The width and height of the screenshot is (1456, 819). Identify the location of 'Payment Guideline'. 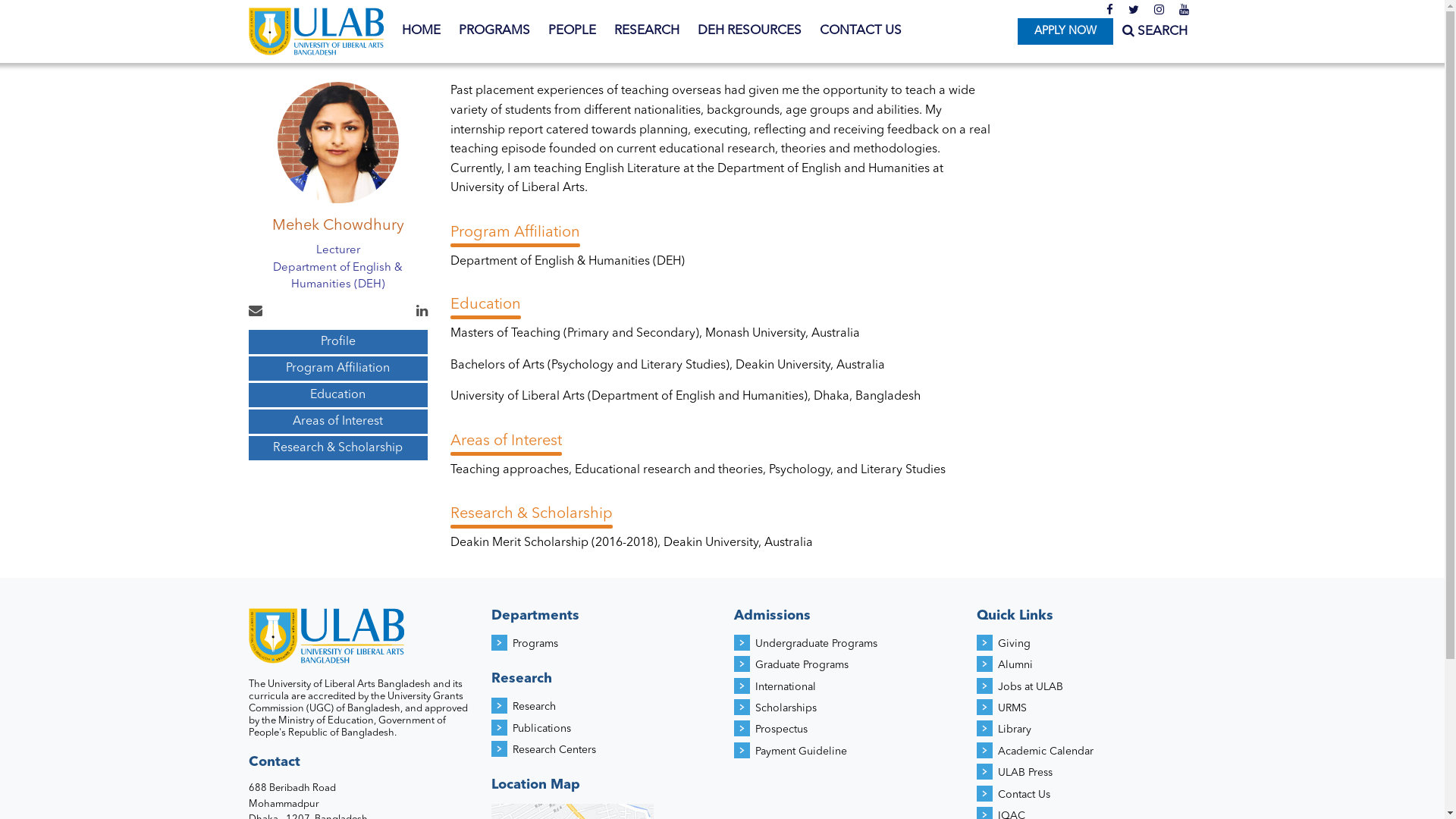
(800, 752).